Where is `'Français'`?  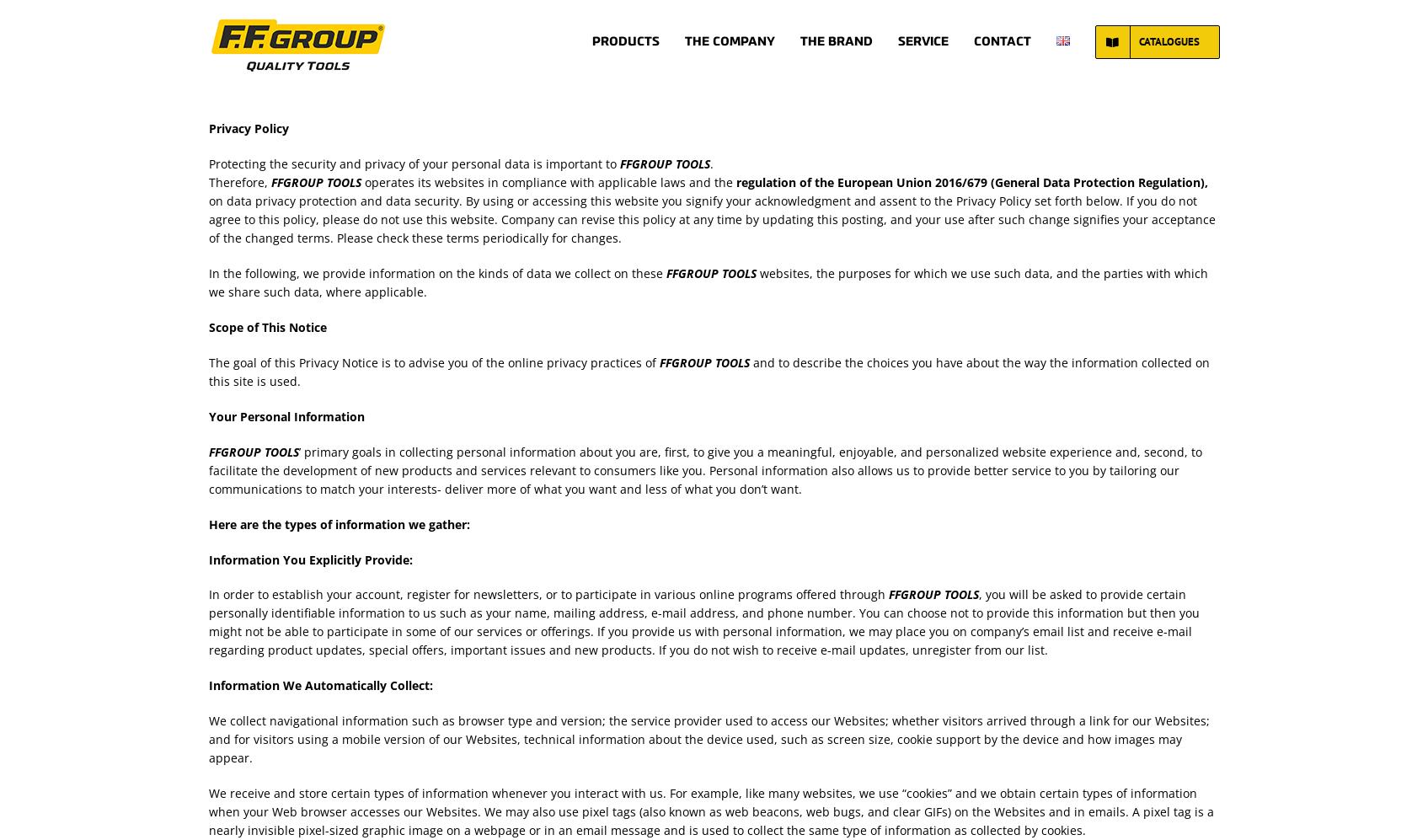 'Français' is located at coordinates (1088, 129).